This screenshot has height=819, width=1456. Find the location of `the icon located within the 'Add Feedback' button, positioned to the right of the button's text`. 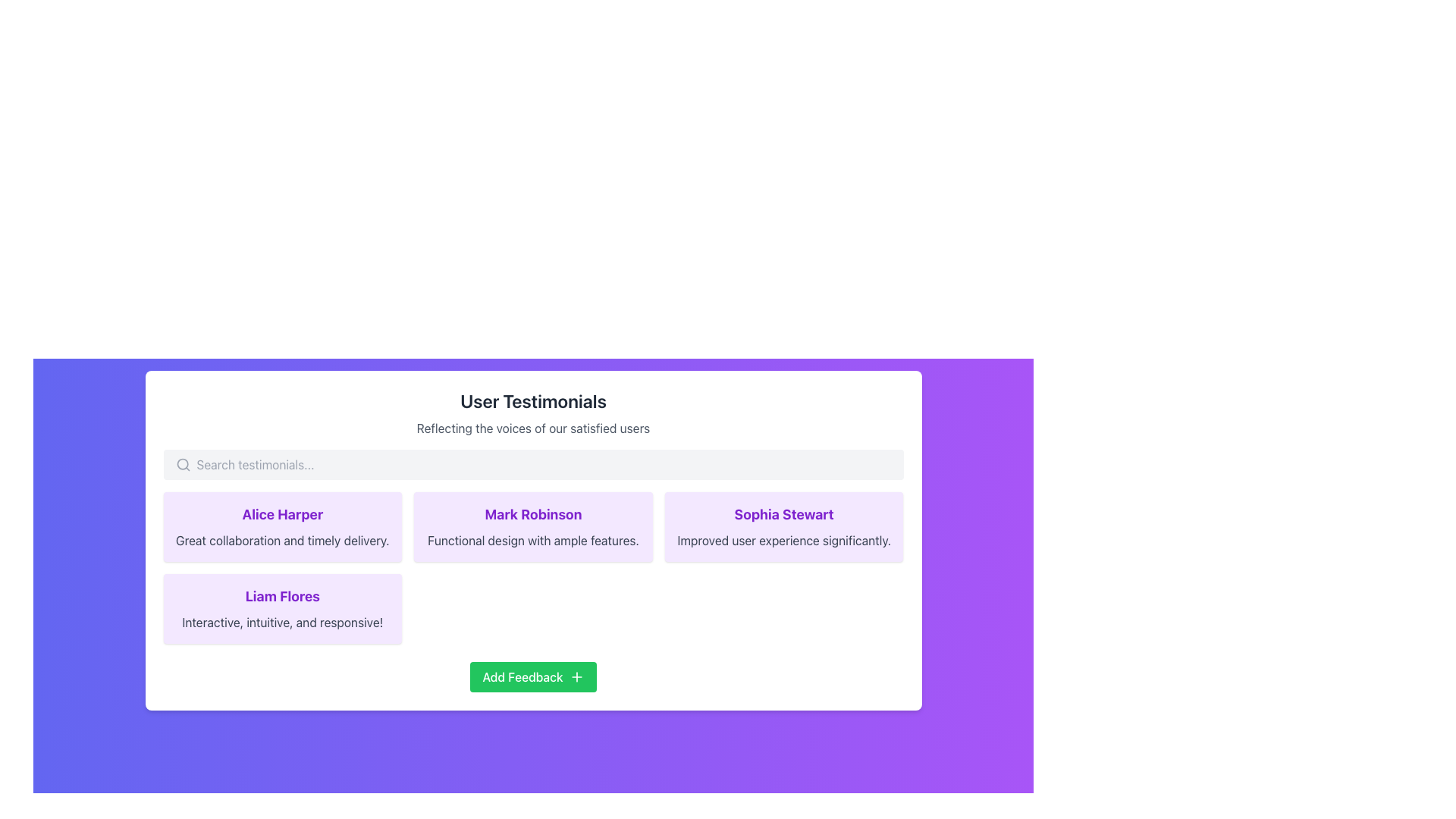

the icon located within the 'Add Feedback' button, positioned to the right of the button's text is located at coordinates (576, 676).